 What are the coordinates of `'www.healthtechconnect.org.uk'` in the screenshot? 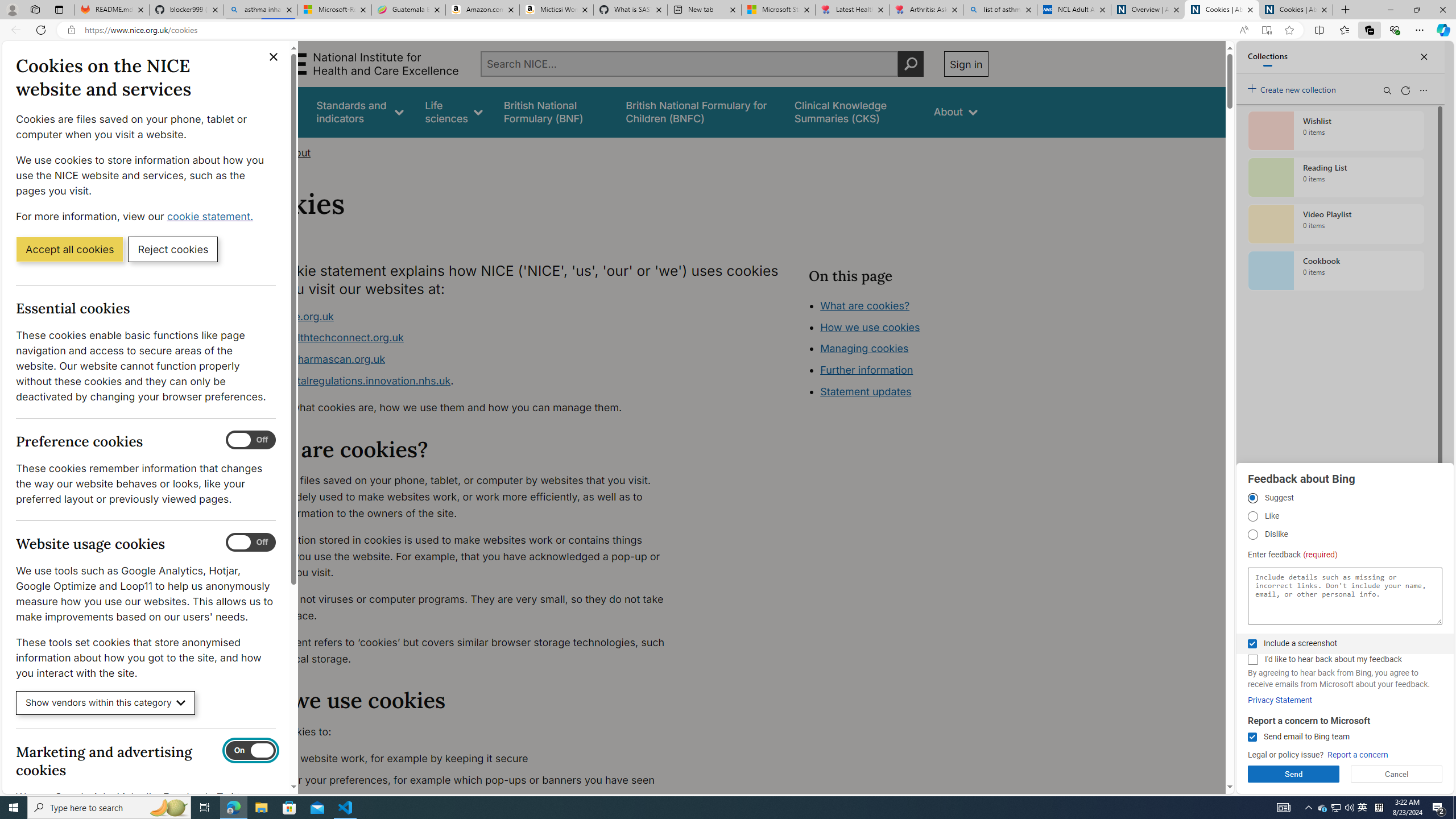 It's located at (327, 337).